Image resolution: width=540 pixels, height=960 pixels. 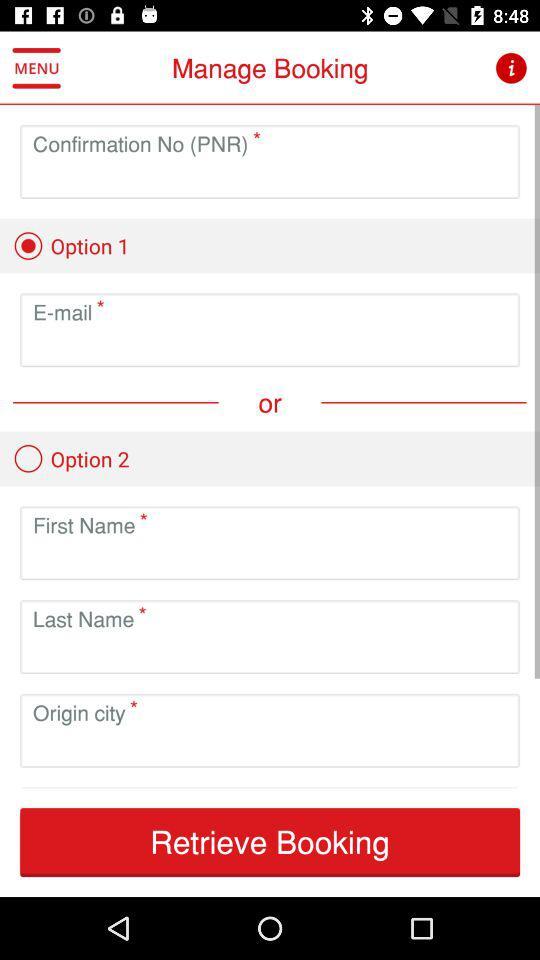 What do you see at coordinates (511, 68) in the screenshot?
I see `more information` at bounding box center [511, 68].